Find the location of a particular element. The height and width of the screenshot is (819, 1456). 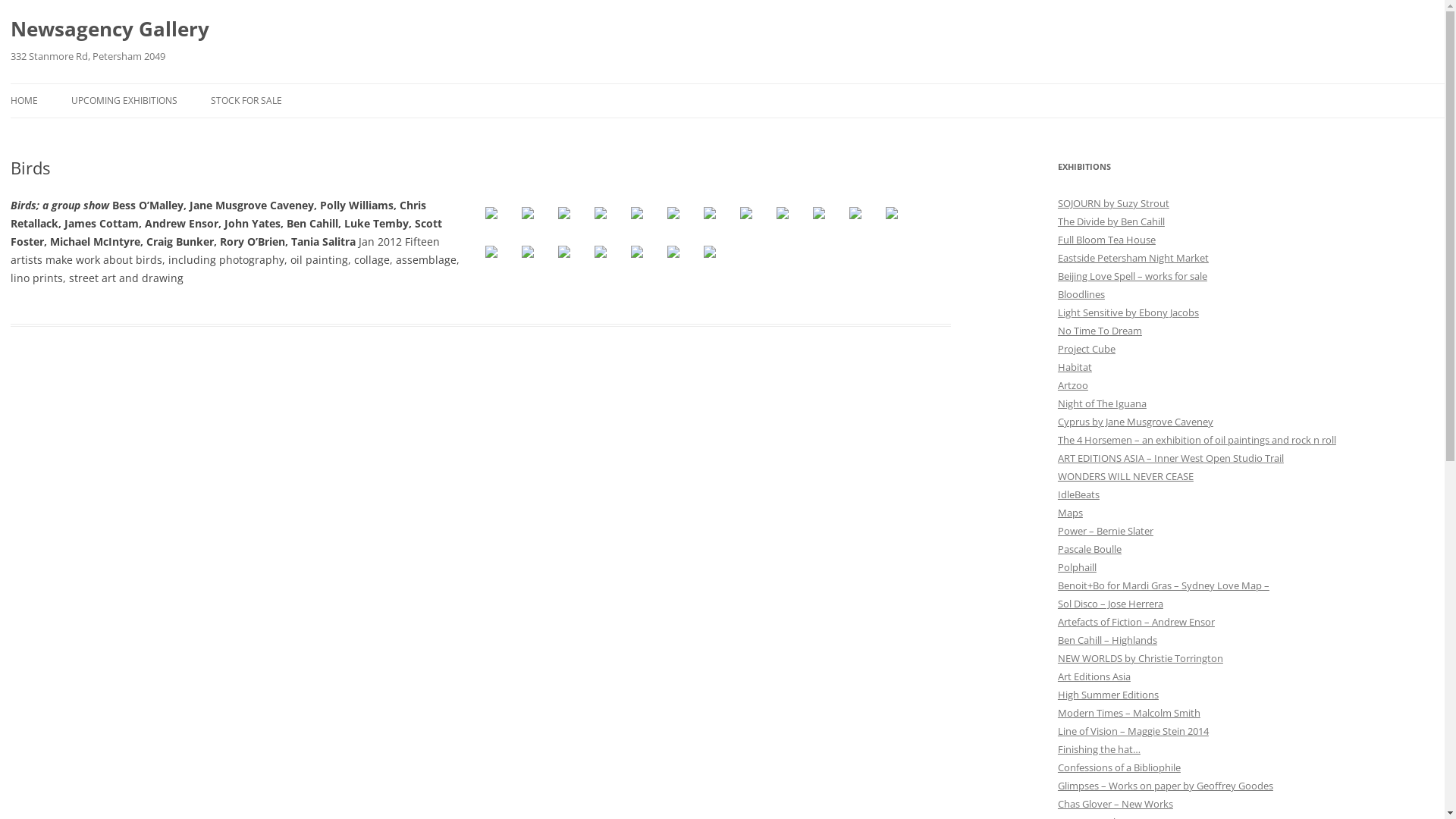

'Polphaill' is located at coordinates (1076, 567).